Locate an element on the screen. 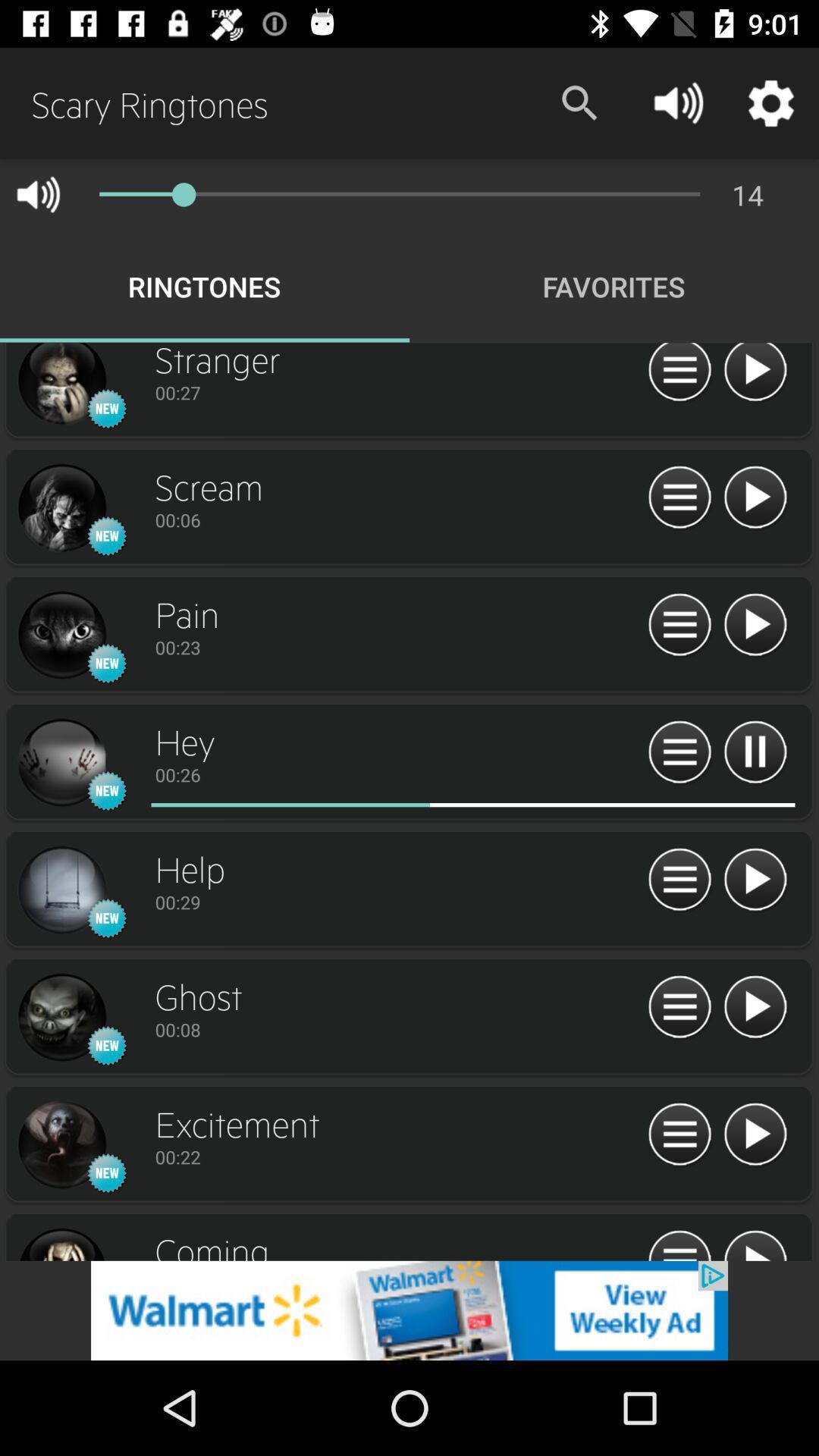  pause button is located at coordinates (755, 753).